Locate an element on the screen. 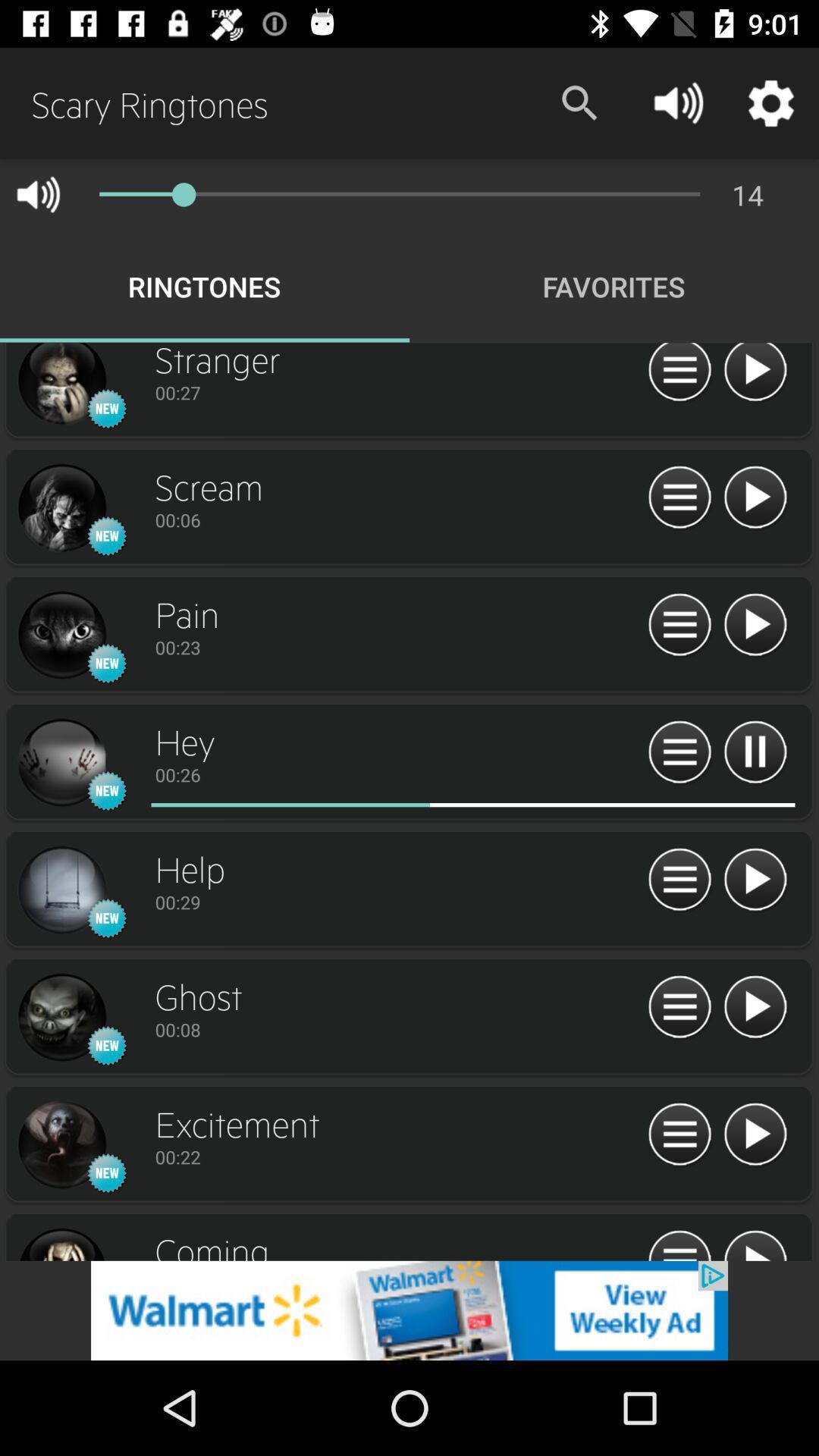  pause button is located at coordinates (755, 753).